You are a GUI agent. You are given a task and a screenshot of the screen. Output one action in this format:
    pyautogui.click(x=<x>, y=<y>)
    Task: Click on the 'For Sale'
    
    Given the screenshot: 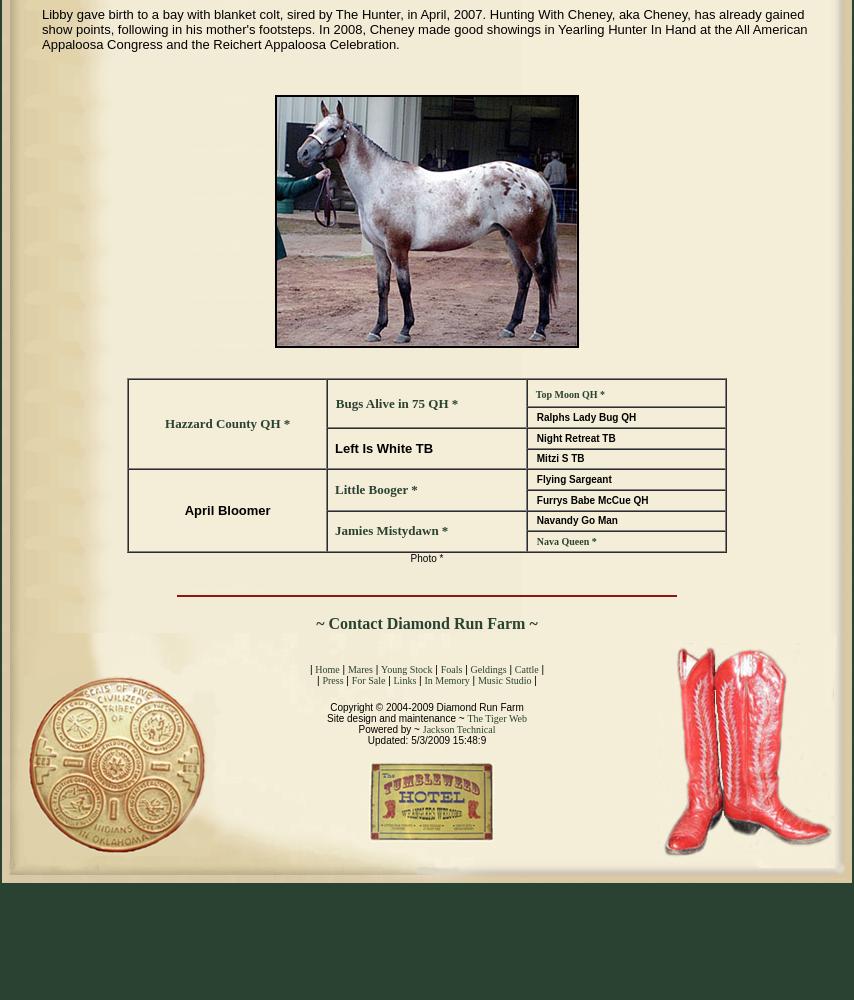 What is the action you would take?
    pyautogui.click(x=366, y=680)
    